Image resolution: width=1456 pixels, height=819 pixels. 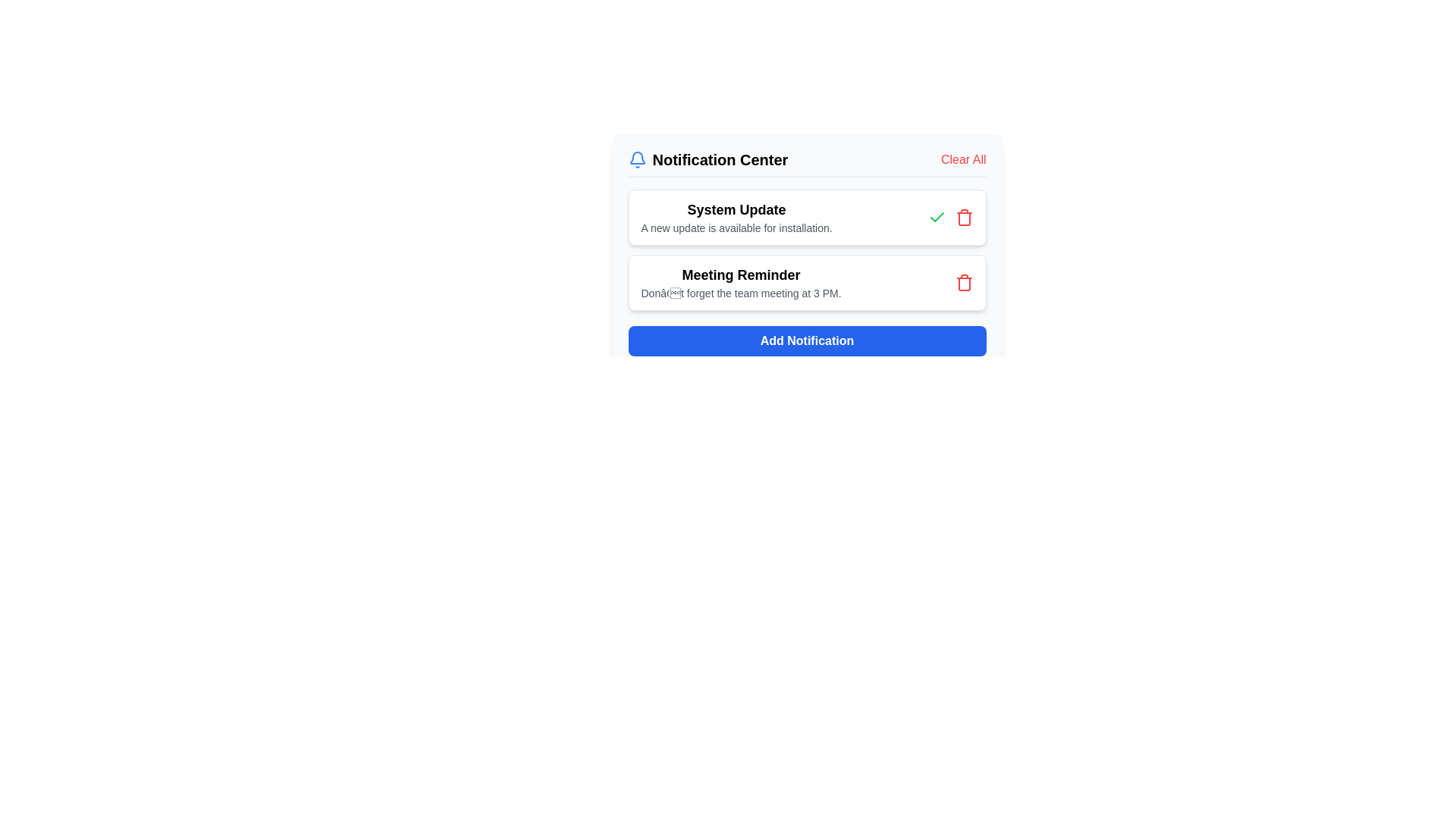 What do you see at coordinates (949, 217) in the screenshot?
I see `the interactive icon group in the notification interface` at bounding box center [949, 217].